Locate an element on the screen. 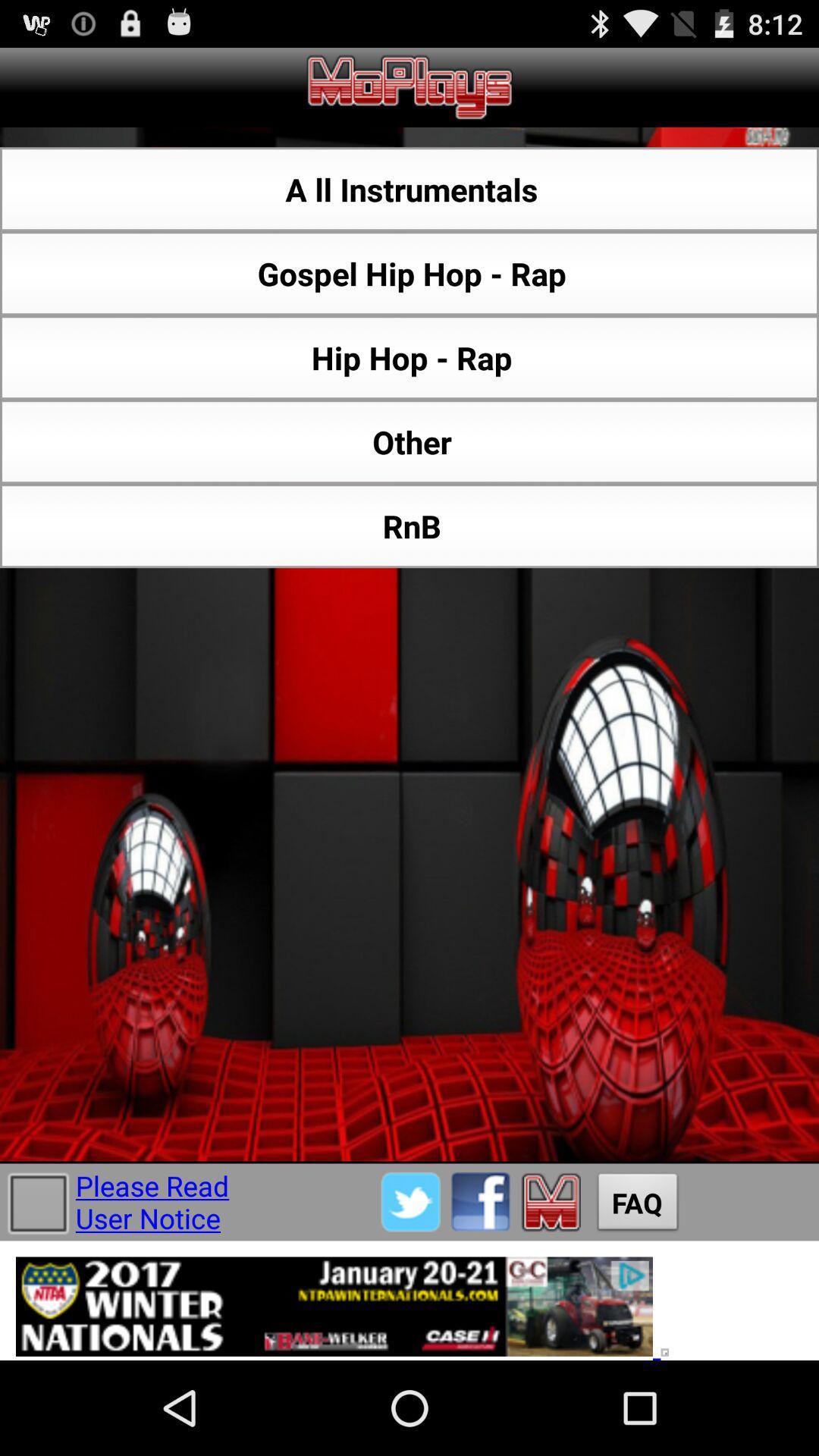  faceboo is located at coordinates (481, 1201).